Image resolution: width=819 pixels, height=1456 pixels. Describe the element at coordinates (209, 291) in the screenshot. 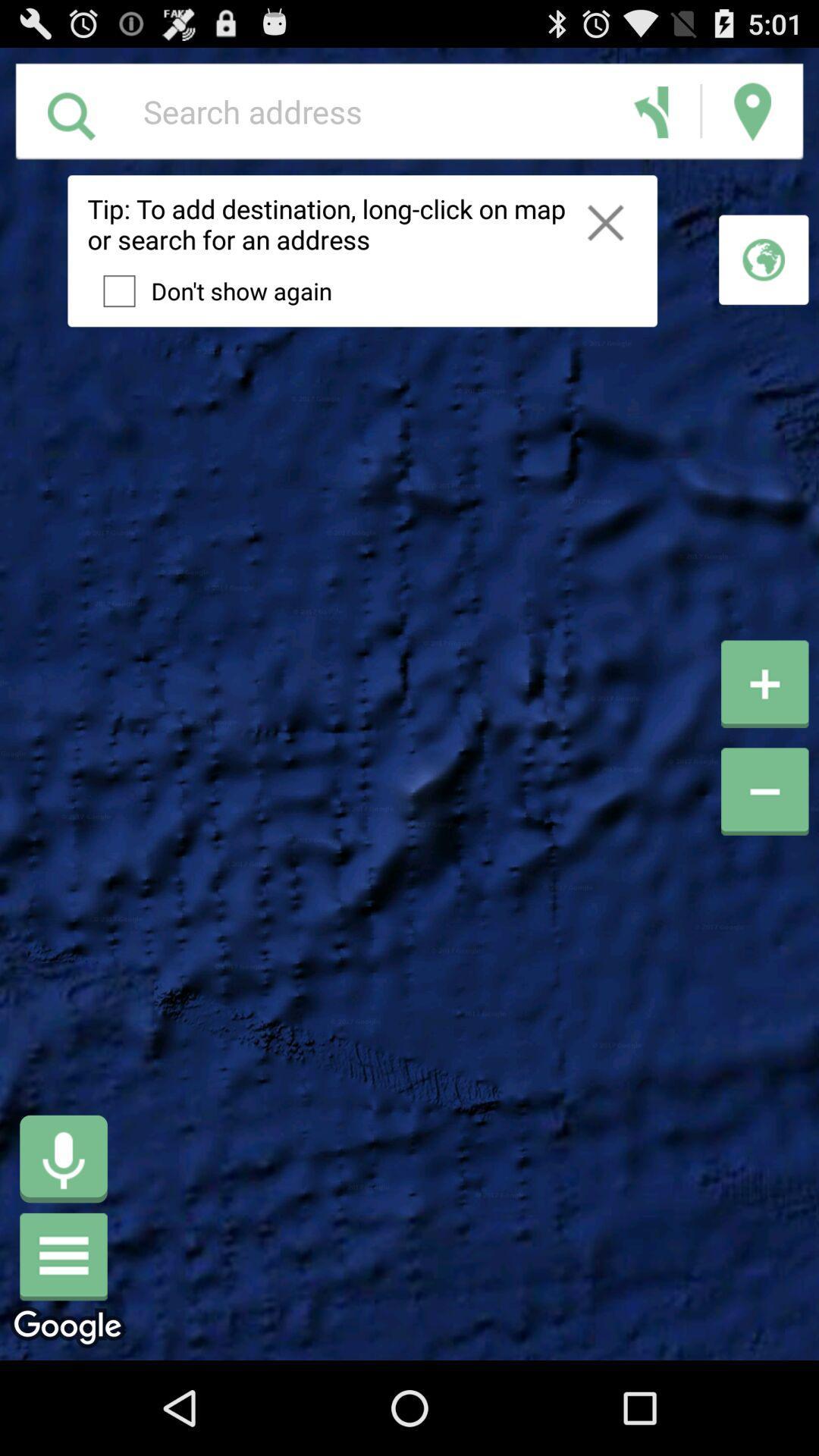

I see `the don t show` at that location.